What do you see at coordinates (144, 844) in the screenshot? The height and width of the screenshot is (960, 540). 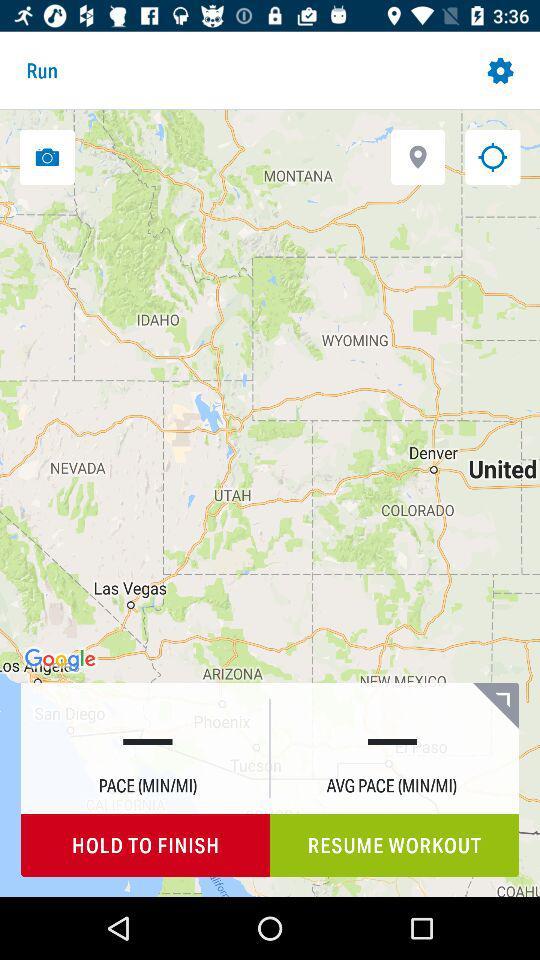 I see `item to the left of the resume workout icon` at bounding box center [144, 844].